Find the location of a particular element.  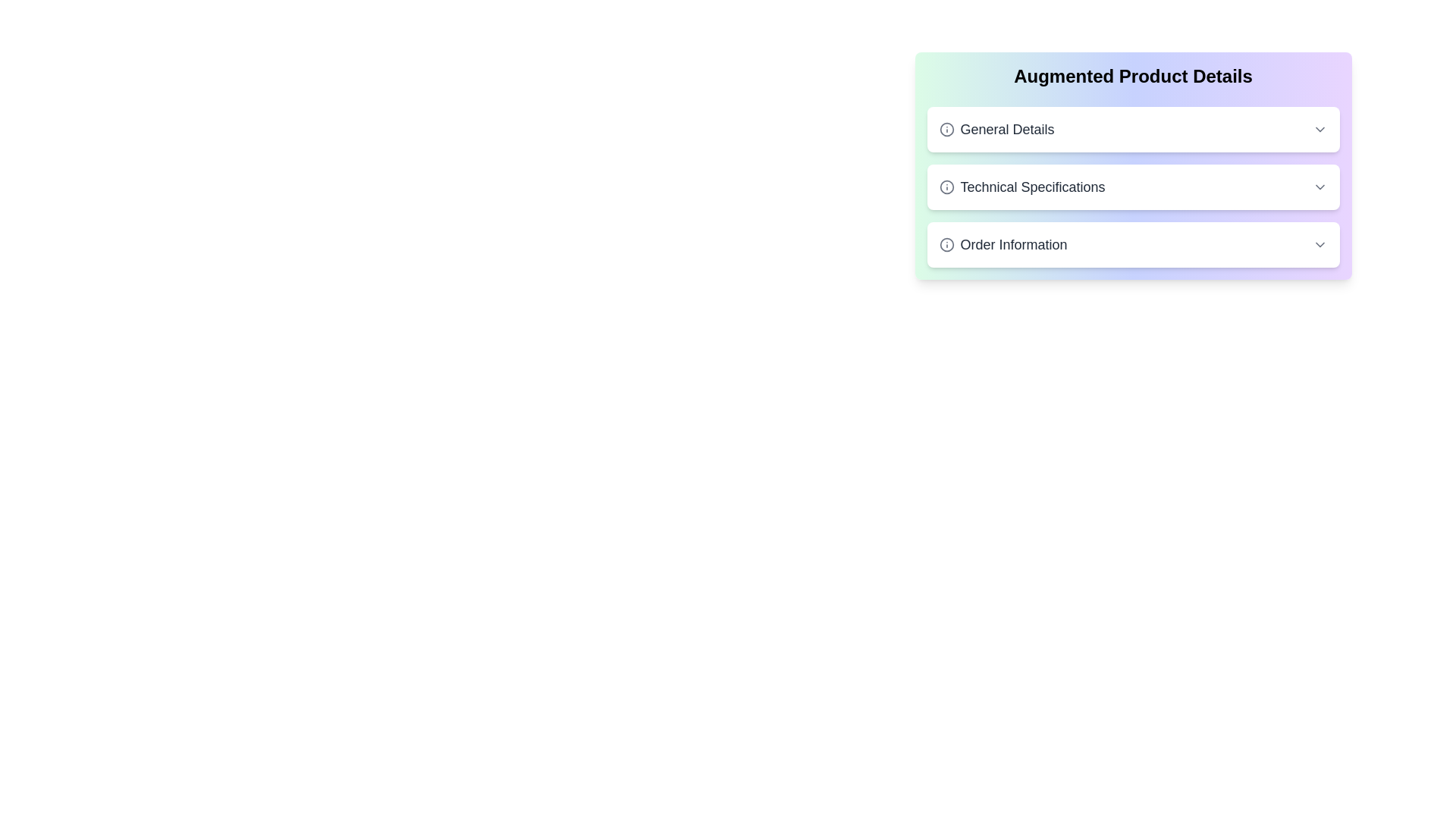

the informational indicator located immediately to the left of the 'Technical Specifications' text label in the sidebar is located at coordinates (946, 186).